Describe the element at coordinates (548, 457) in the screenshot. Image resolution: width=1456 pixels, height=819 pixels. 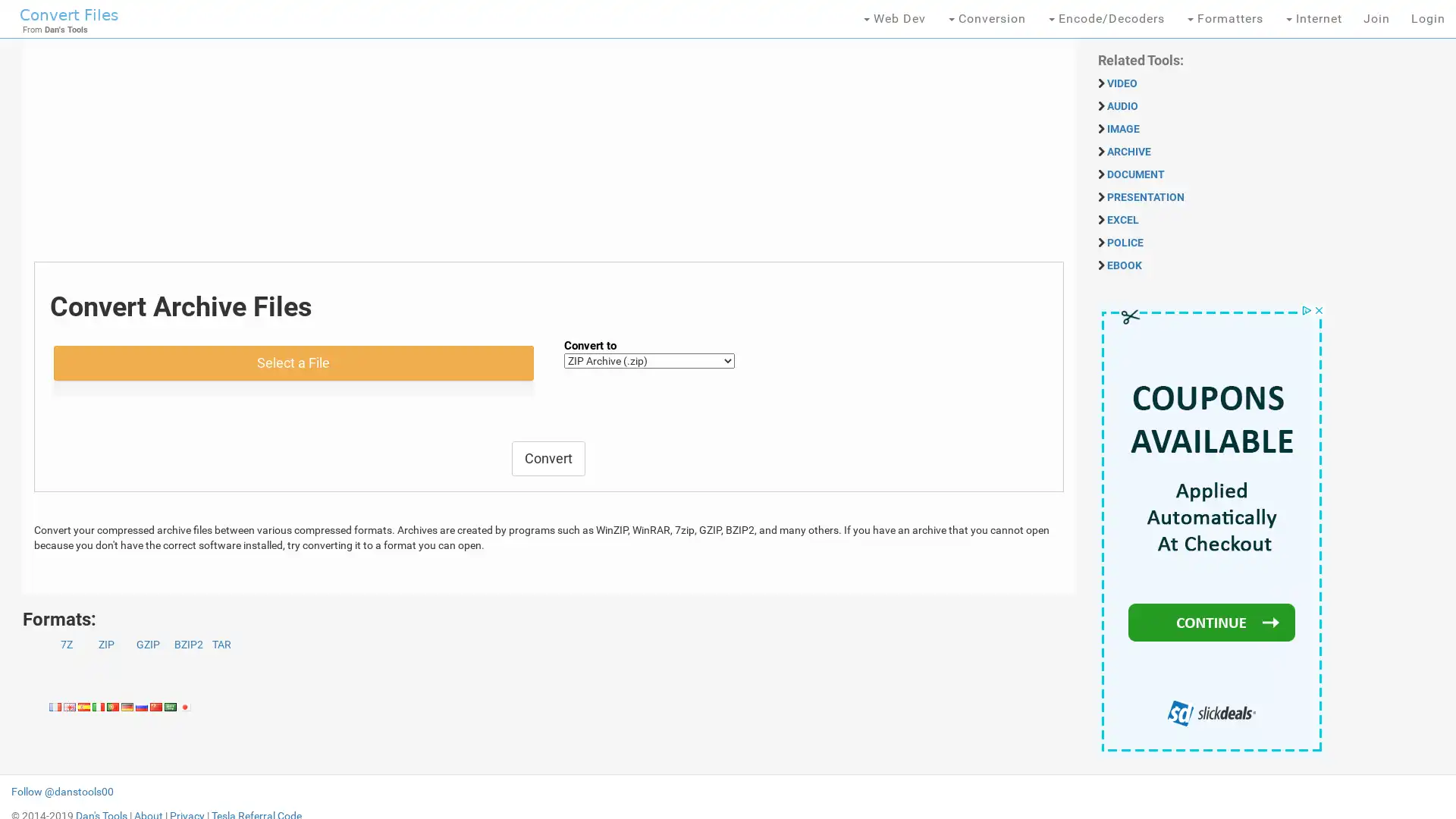
I see `Convert` at that location.